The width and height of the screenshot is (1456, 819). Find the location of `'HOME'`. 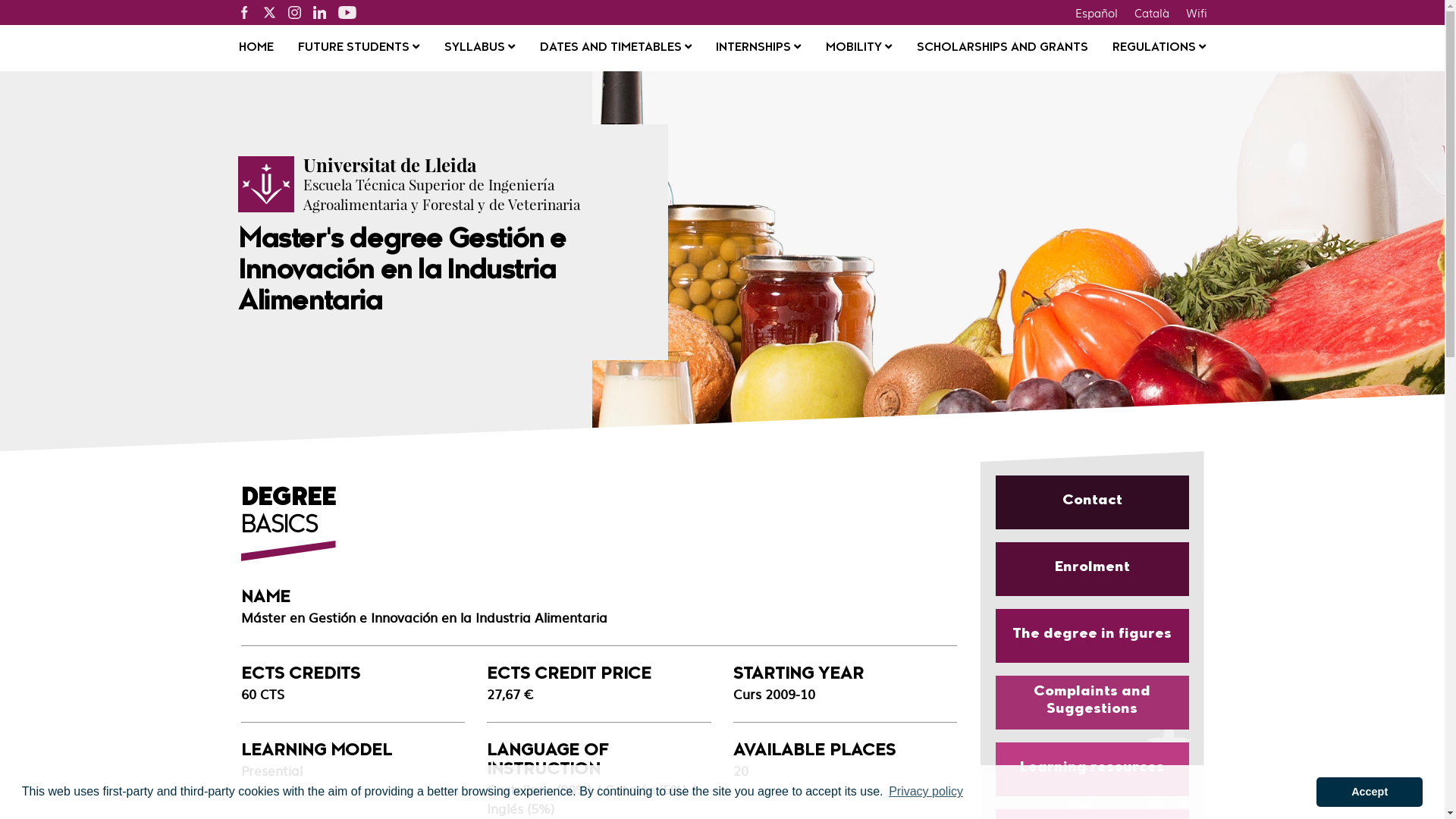

'HOME' is located at coordinates (255, 48).